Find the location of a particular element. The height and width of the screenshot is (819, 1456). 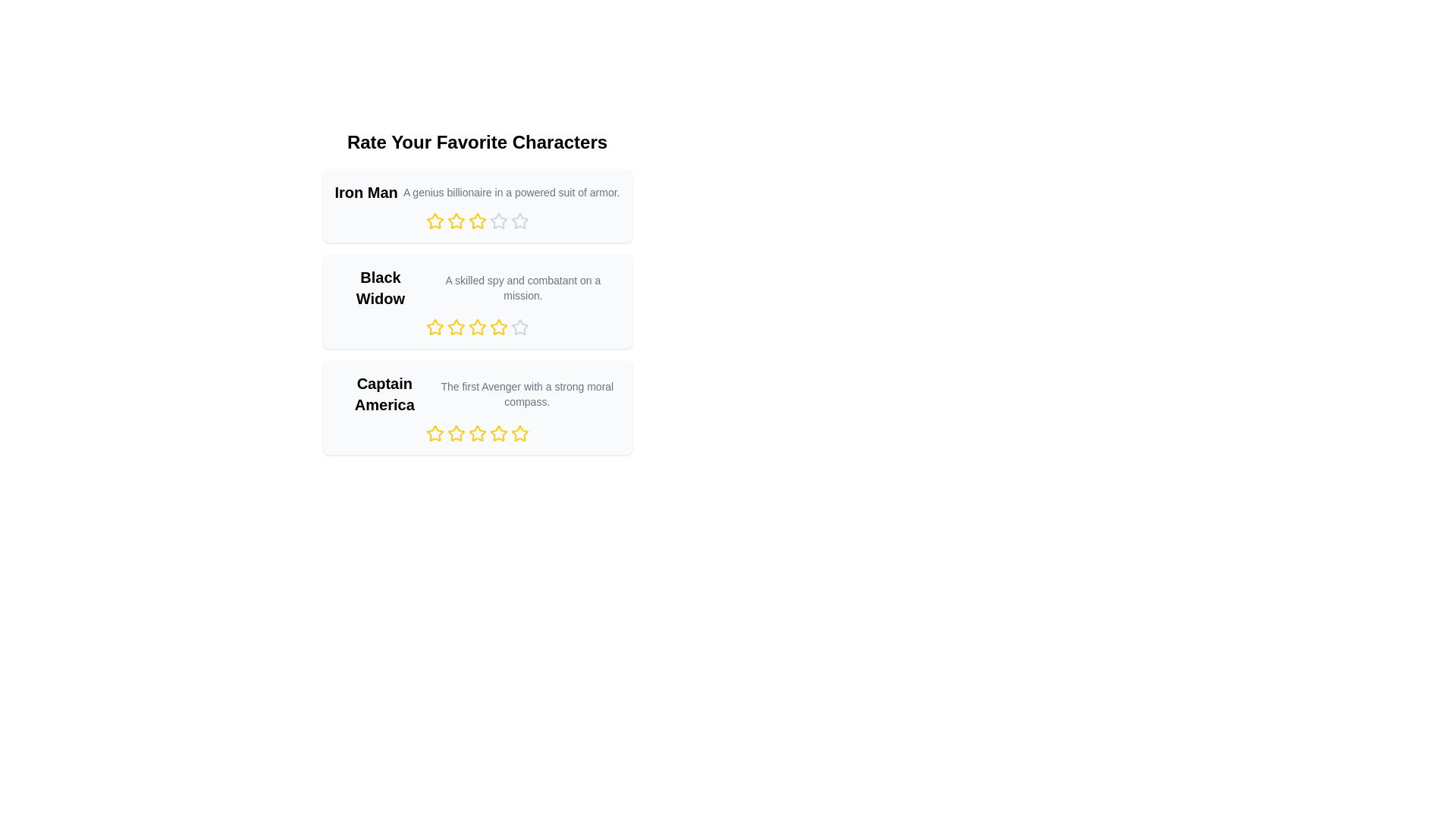

the third star in the Interactive Star rating interface below the text 'Iron Man' is located at coordinates (476, 221).